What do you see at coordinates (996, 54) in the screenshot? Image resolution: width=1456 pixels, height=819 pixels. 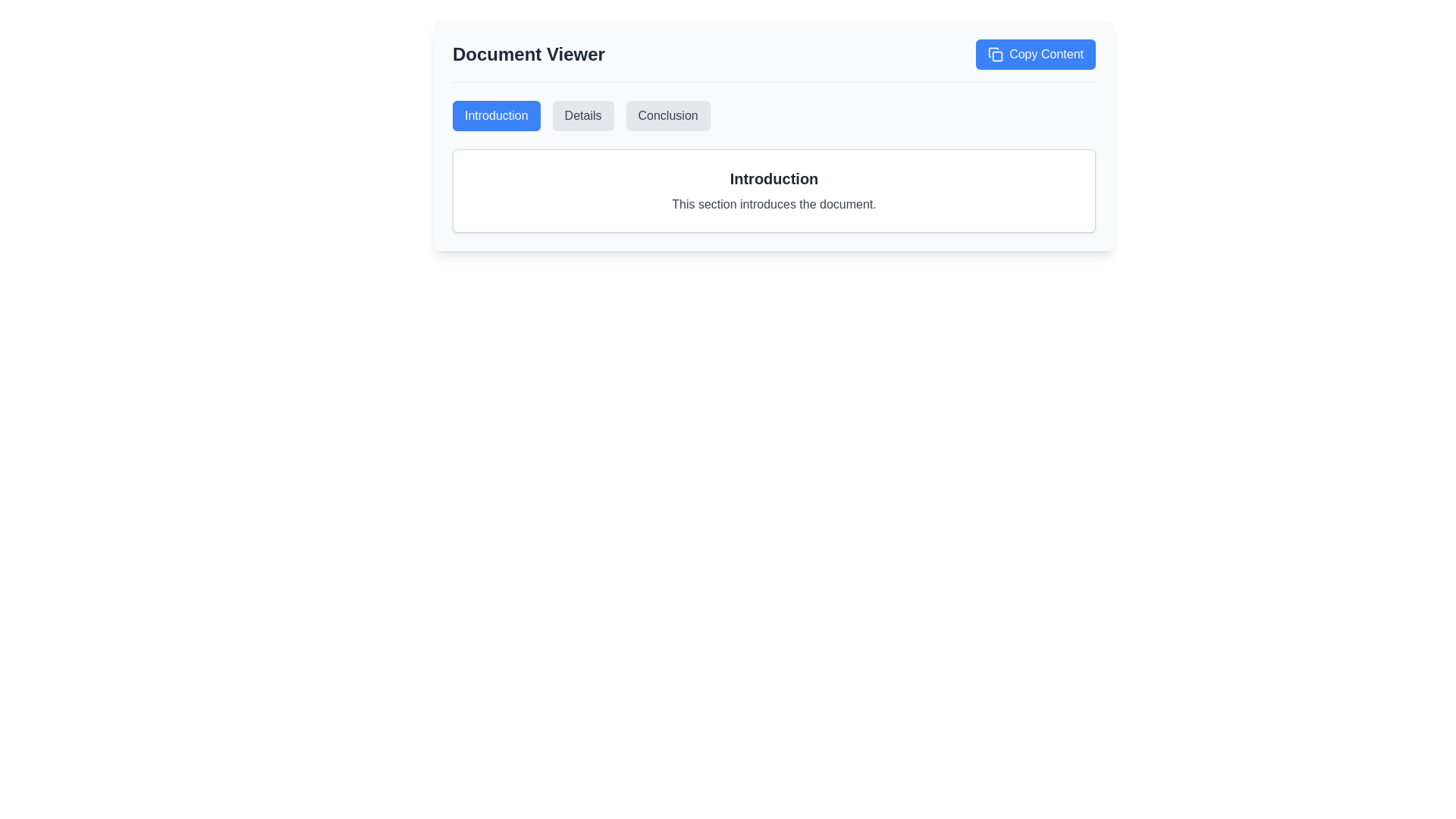 I see `the square icon with rounded corners located to the left of the 'Copy Content' text on the blue button at the top-right corner of the user interface` at bounding box center [996, 54].